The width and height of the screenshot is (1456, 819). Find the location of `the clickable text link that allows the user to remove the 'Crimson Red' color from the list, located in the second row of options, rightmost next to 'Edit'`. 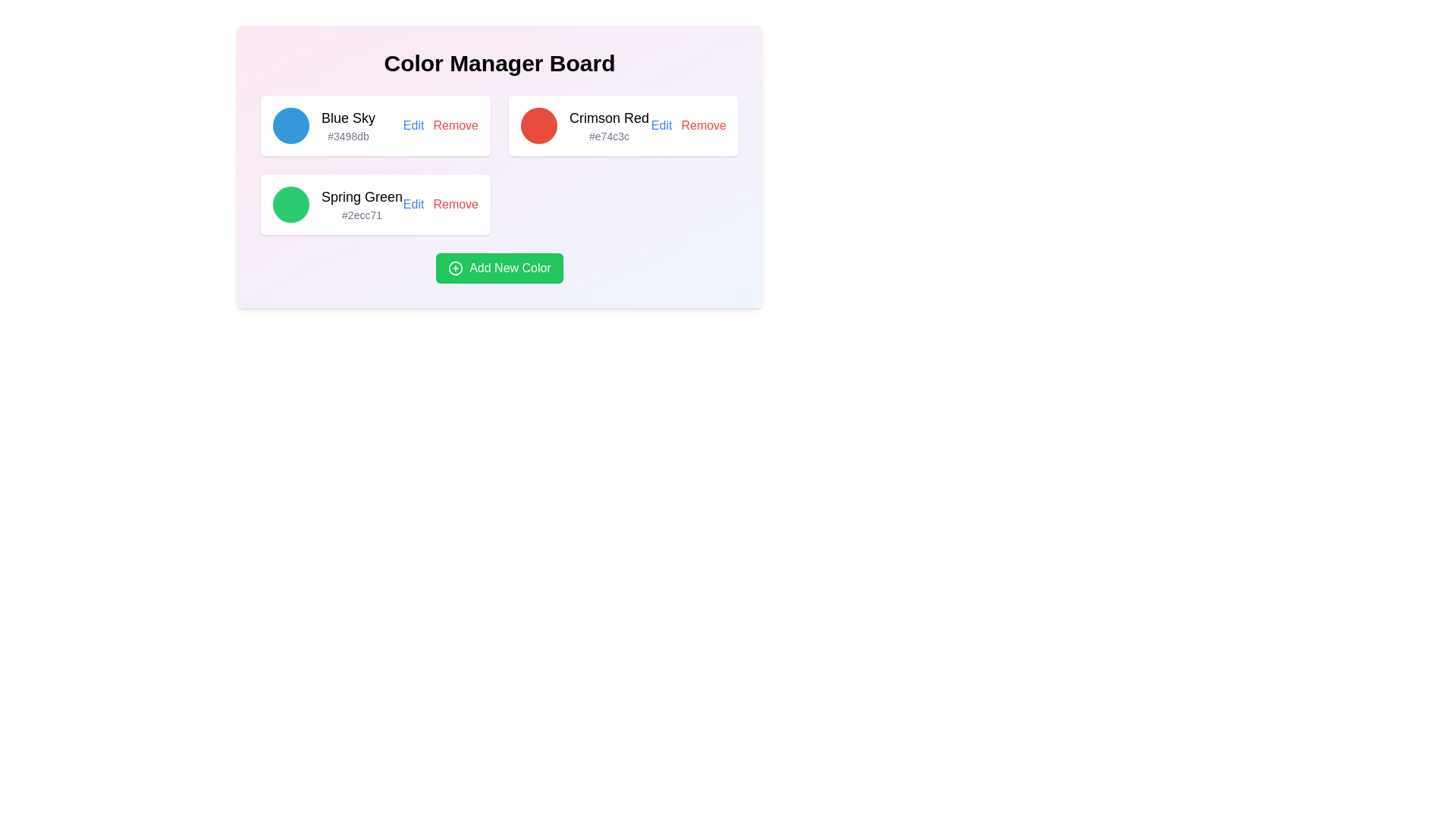

the clickable text link that allows the user to remove the 'Crimson Red' color from the list, located in the second row of options, rightmost next to 'Edit' is located at coordinates (703, 124).